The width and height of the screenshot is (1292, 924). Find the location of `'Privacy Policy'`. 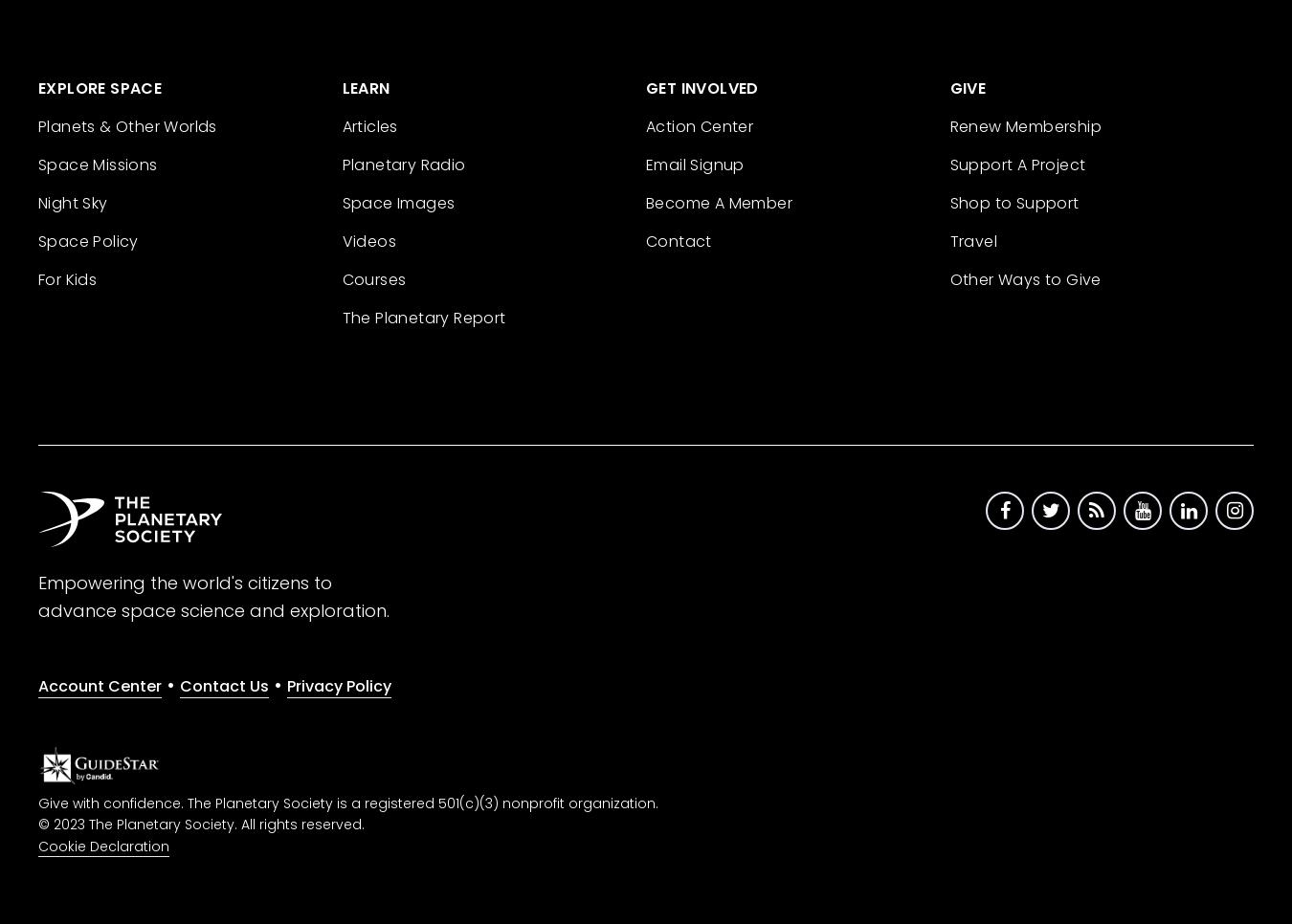

'Privacy Policy' is located at coordinates (339, 684).